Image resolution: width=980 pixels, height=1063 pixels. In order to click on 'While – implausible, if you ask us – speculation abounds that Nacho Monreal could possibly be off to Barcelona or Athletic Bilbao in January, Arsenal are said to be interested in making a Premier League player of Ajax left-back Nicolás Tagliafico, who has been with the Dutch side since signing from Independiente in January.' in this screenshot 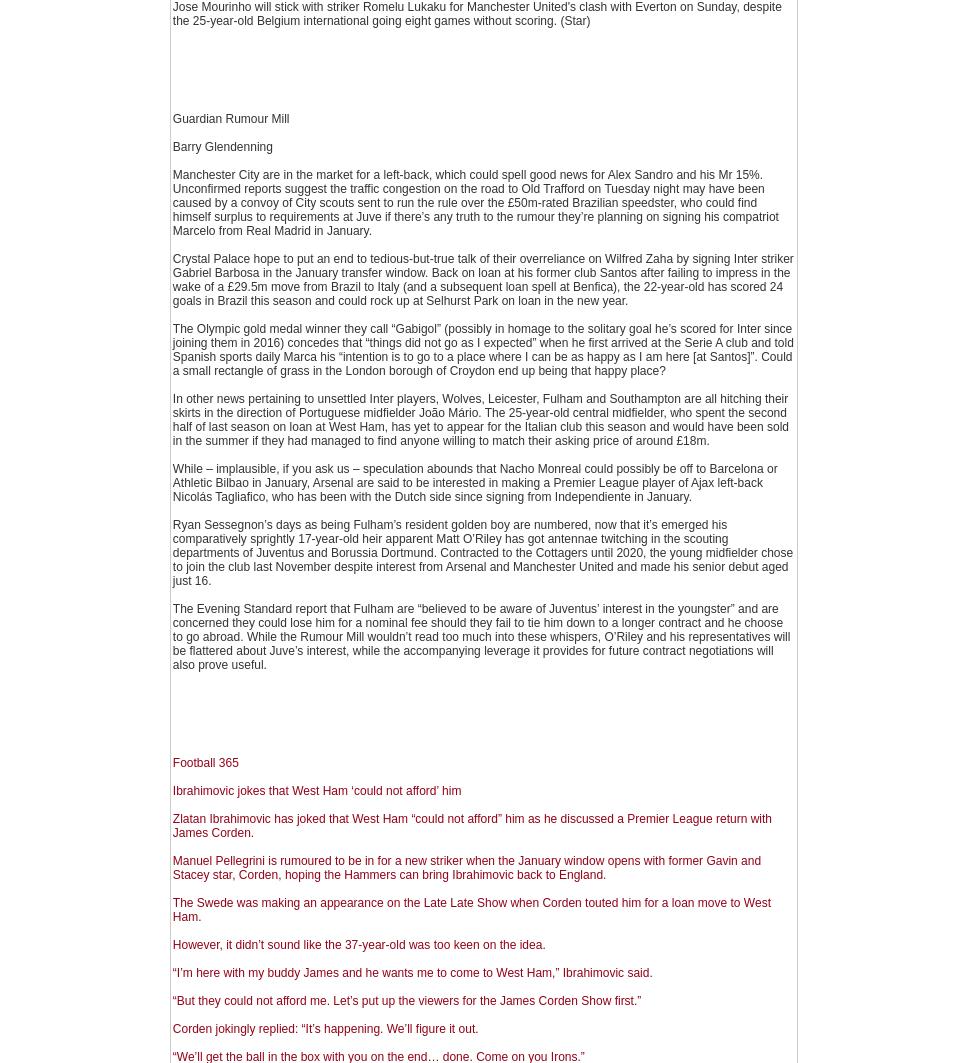, I will do `click(474, 483)`.